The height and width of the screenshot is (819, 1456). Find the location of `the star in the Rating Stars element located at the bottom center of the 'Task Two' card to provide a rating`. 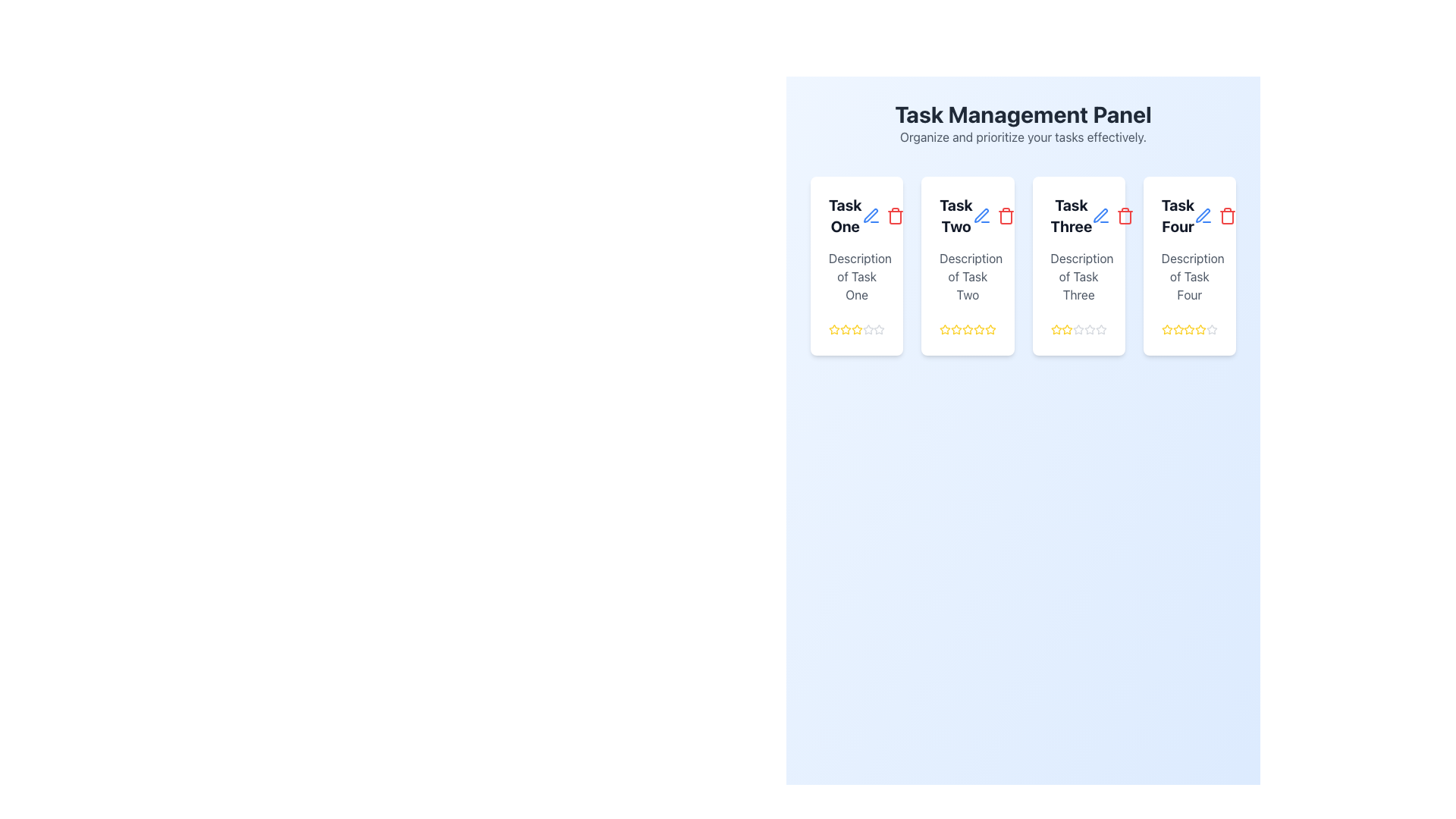

the star in the Rating Stars element located at the bottom center of the 'Task Two' card to provide a rating is located at coordinates (967, 329).